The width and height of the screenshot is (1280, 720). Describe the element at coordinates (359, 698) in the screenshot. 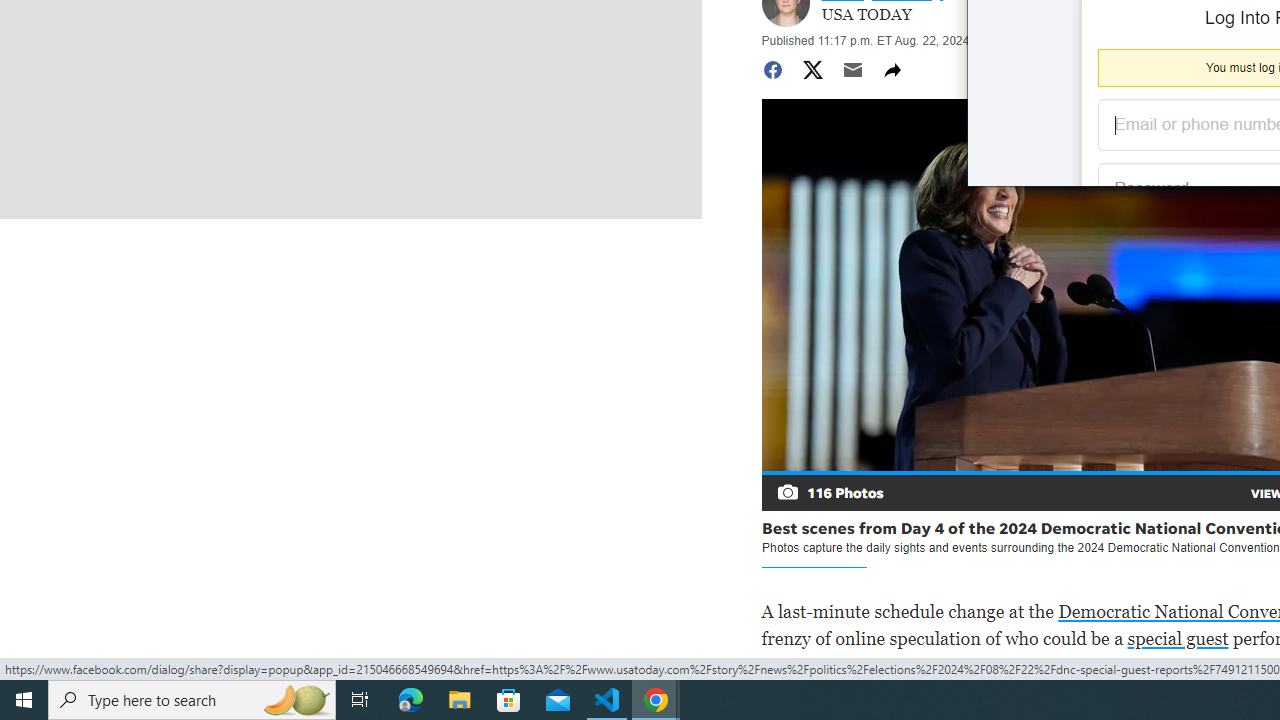

I see `'Task View'` at that location.